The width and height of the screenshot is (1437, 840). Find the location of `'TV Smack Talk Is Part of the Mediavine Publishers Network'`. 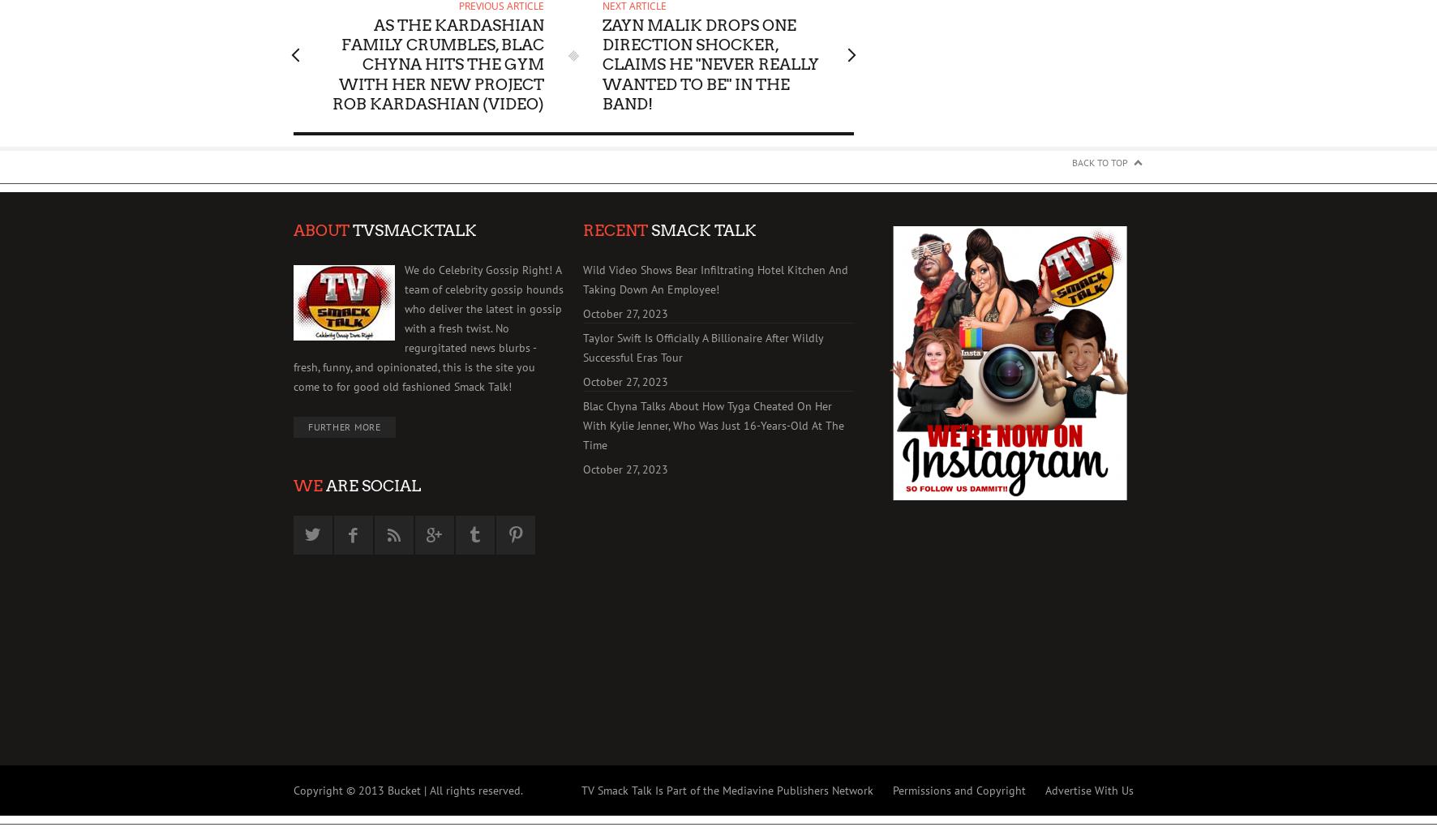

'TV Smack Talk Is Part of the Mediavine Publishers Network' is located at coordinates (726, 790).